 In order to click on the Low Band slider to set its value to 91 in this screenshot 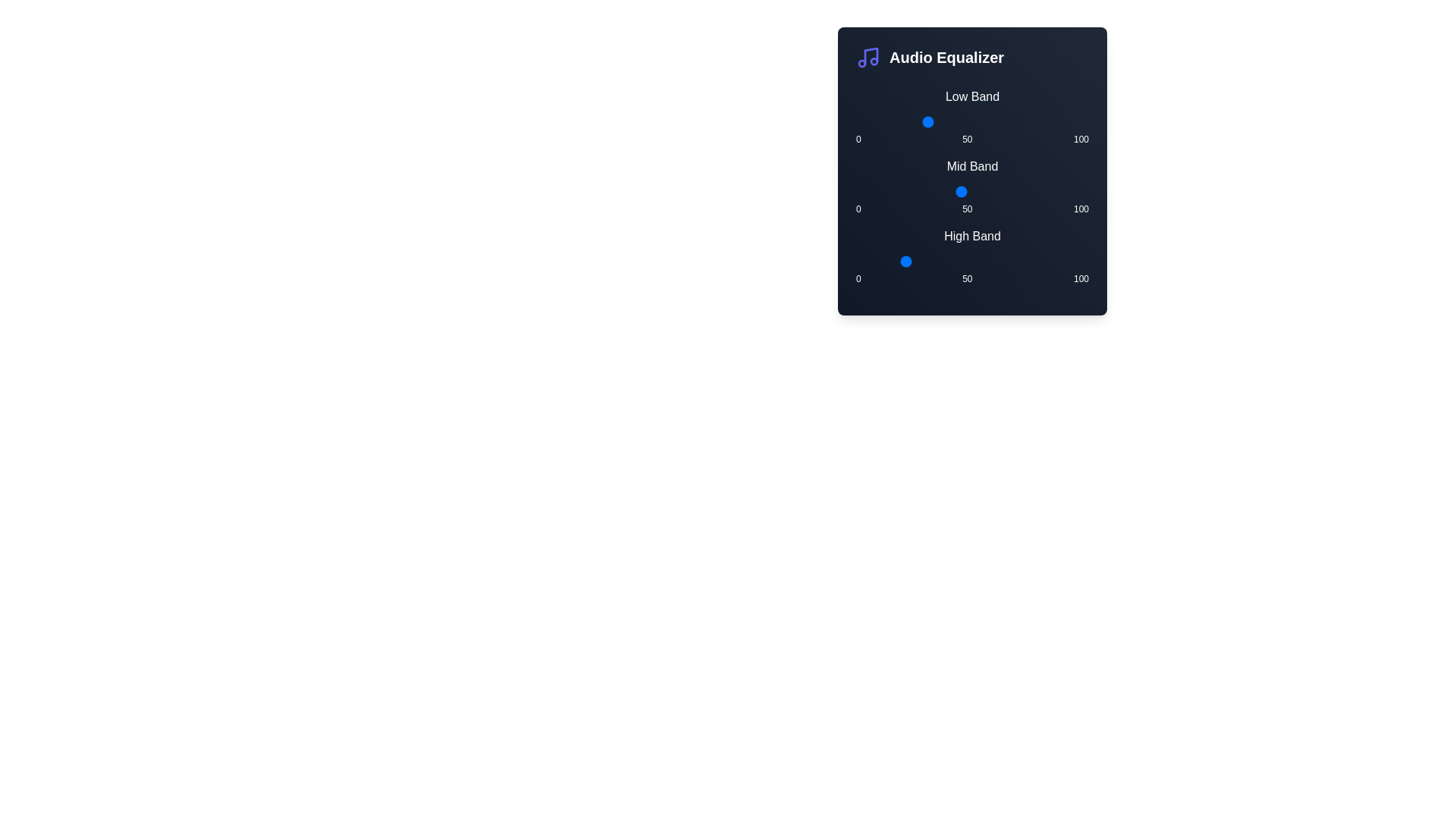, I will do `click(1067, 121)`.